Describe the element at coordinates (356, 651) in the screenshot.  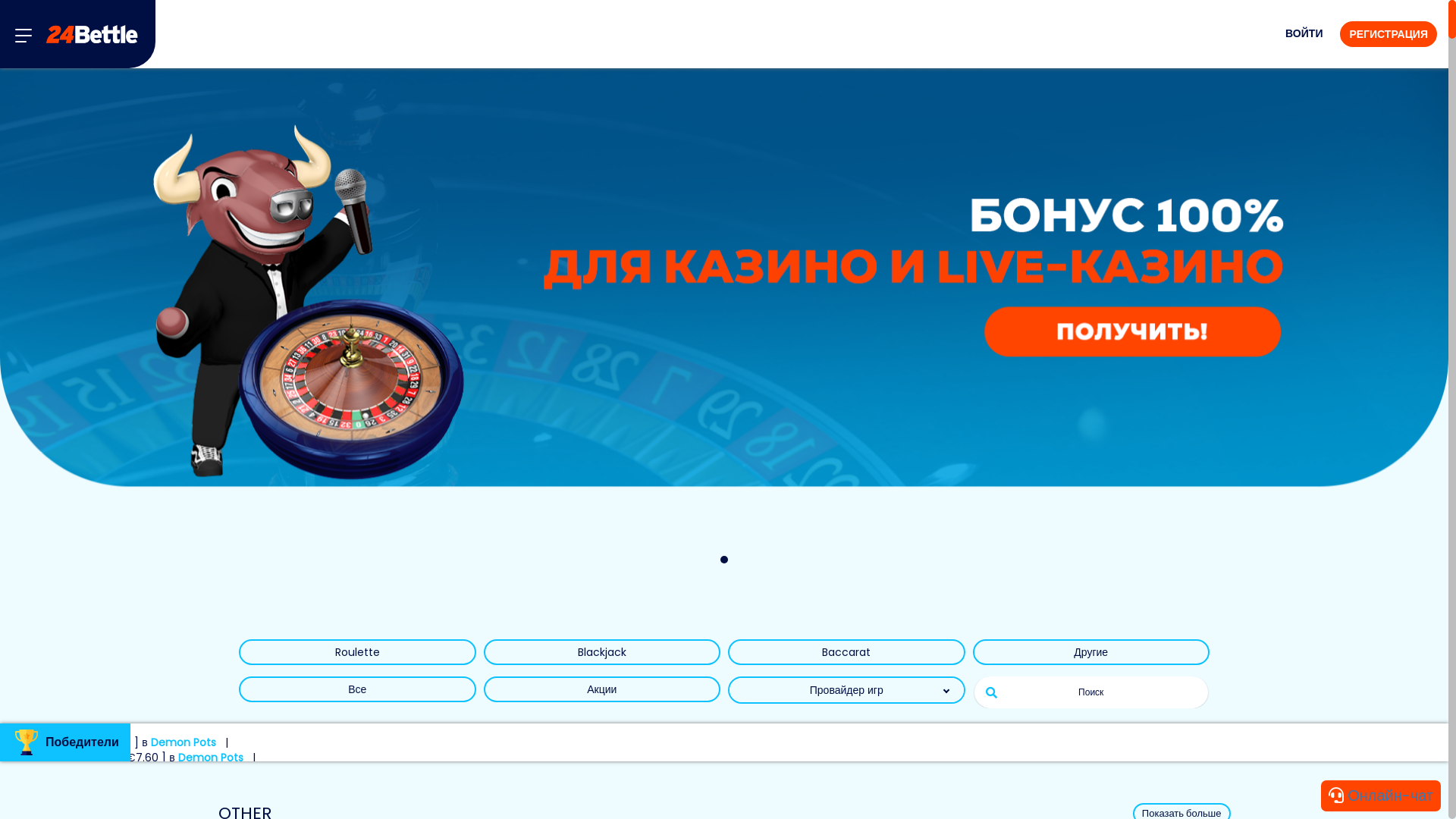
I see `'Roulette'` at that location.